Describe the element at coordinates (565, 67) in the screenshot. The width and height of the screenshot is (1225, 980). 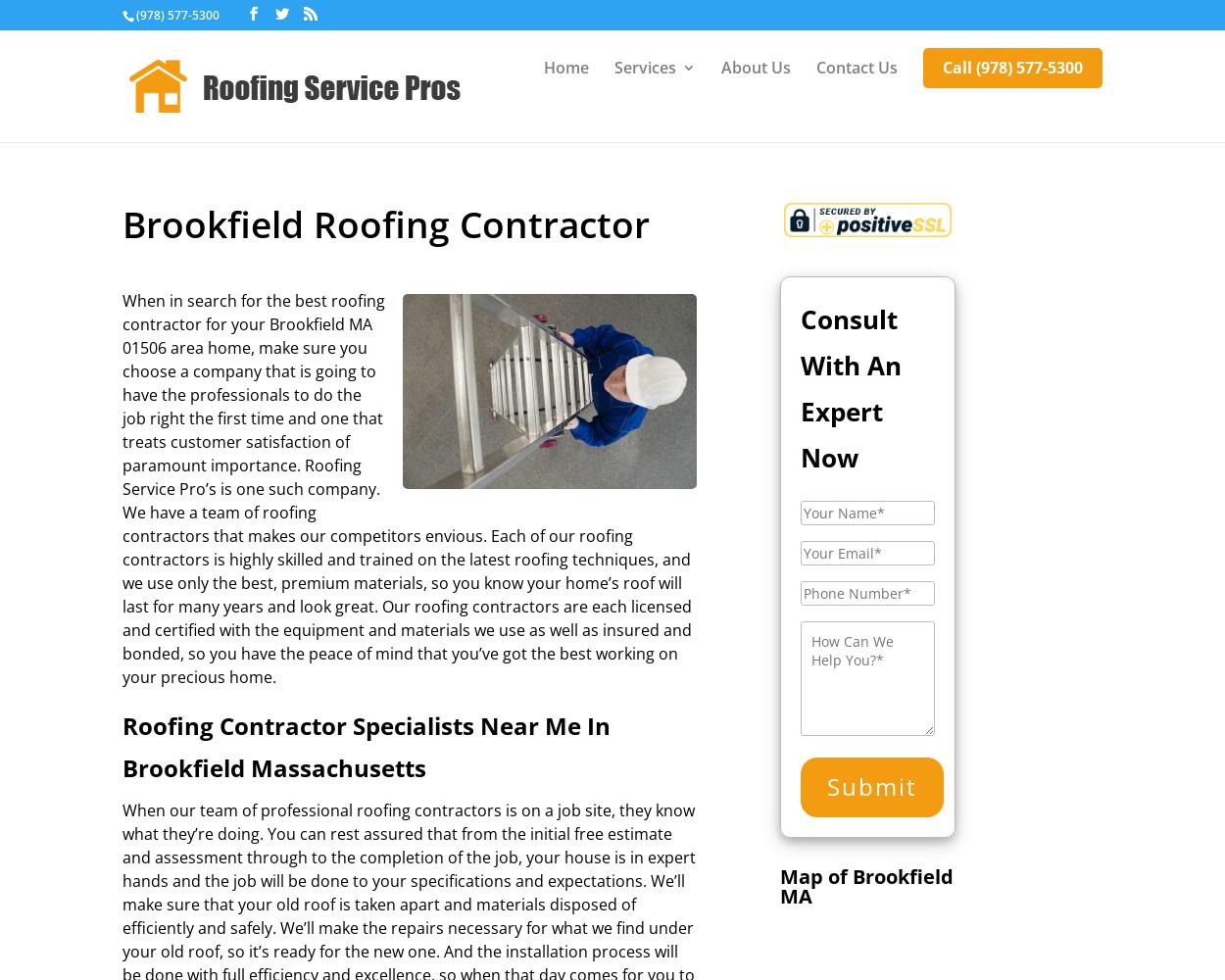
I see `'Home'` at that location.